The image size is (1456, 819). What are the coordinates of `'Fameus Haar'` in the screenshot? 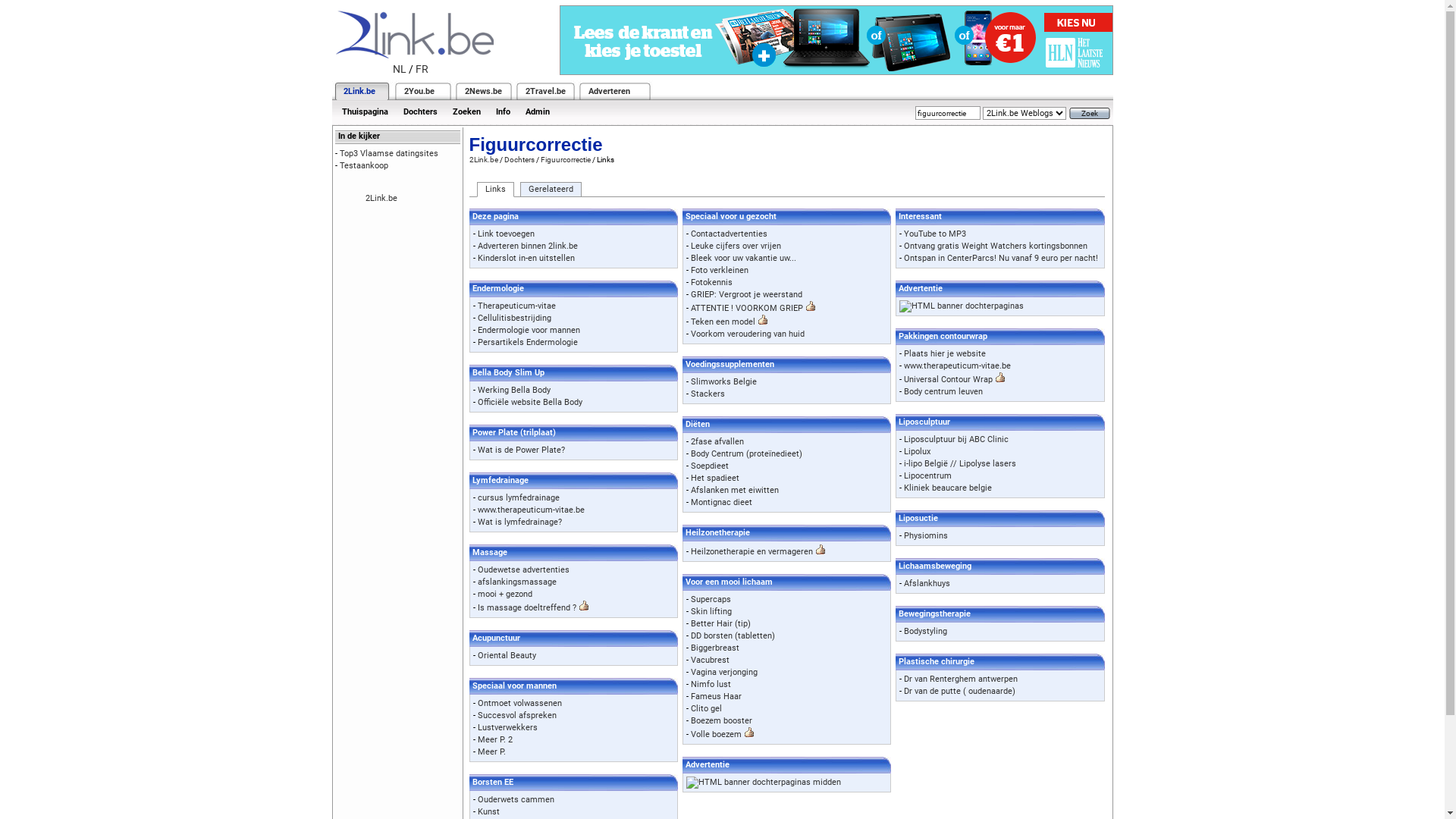 It's located at (690, 696).